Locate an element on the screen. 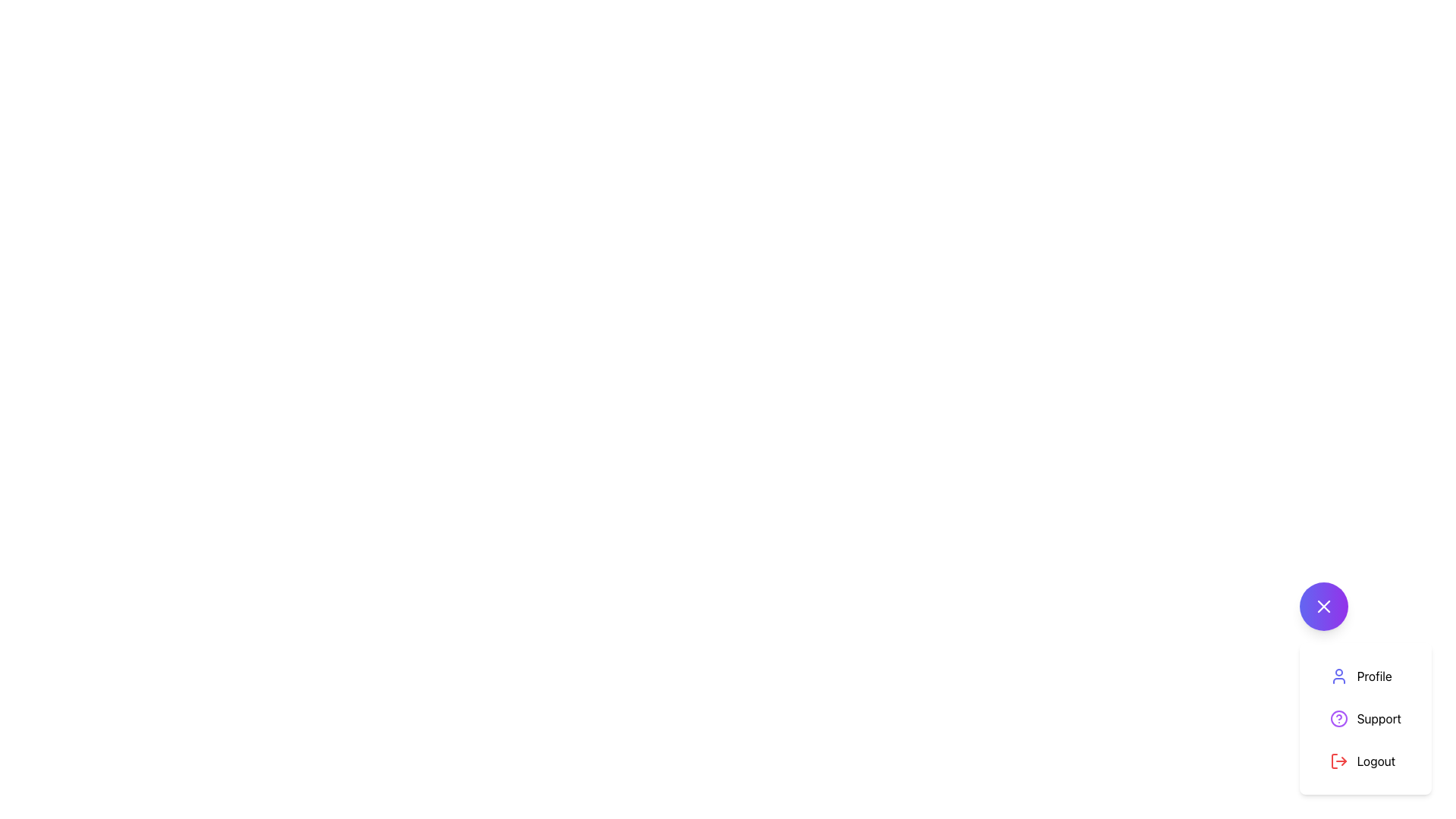 The height and width of the screenshot is (819, 1456). the navigation menu located in the bottom right corner, which provides access to user profile options, support resources, and logout feature is located at coordinates (1365, 718).